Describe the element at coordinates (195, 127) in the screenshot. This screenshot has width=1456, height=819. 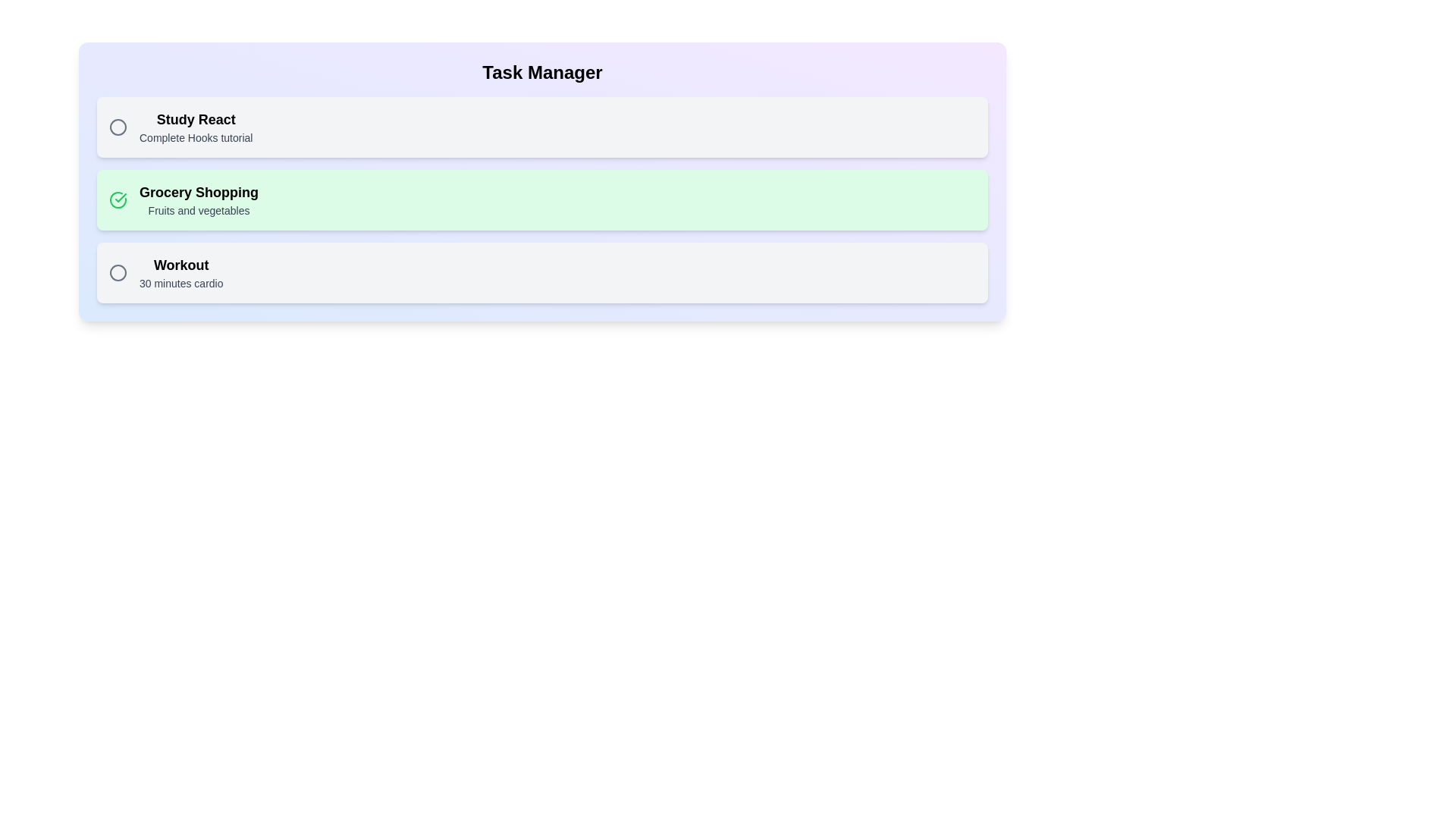
I see `the Labeled text element that reads 'Study React.'` at that location.